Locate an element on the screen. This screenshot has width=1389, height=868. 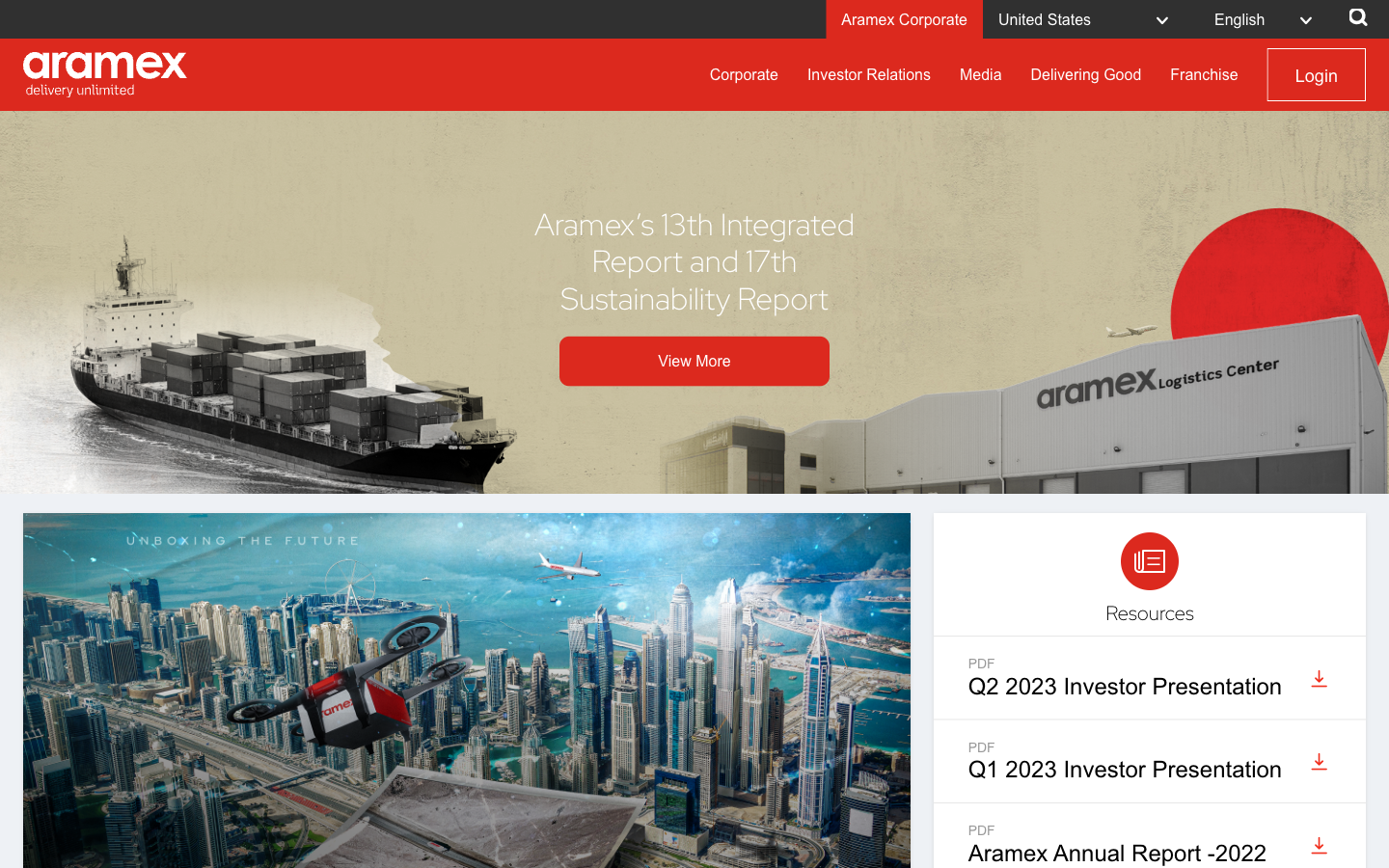
the page"s language to the second choice in the available list is located at coordinates (1268, 17).